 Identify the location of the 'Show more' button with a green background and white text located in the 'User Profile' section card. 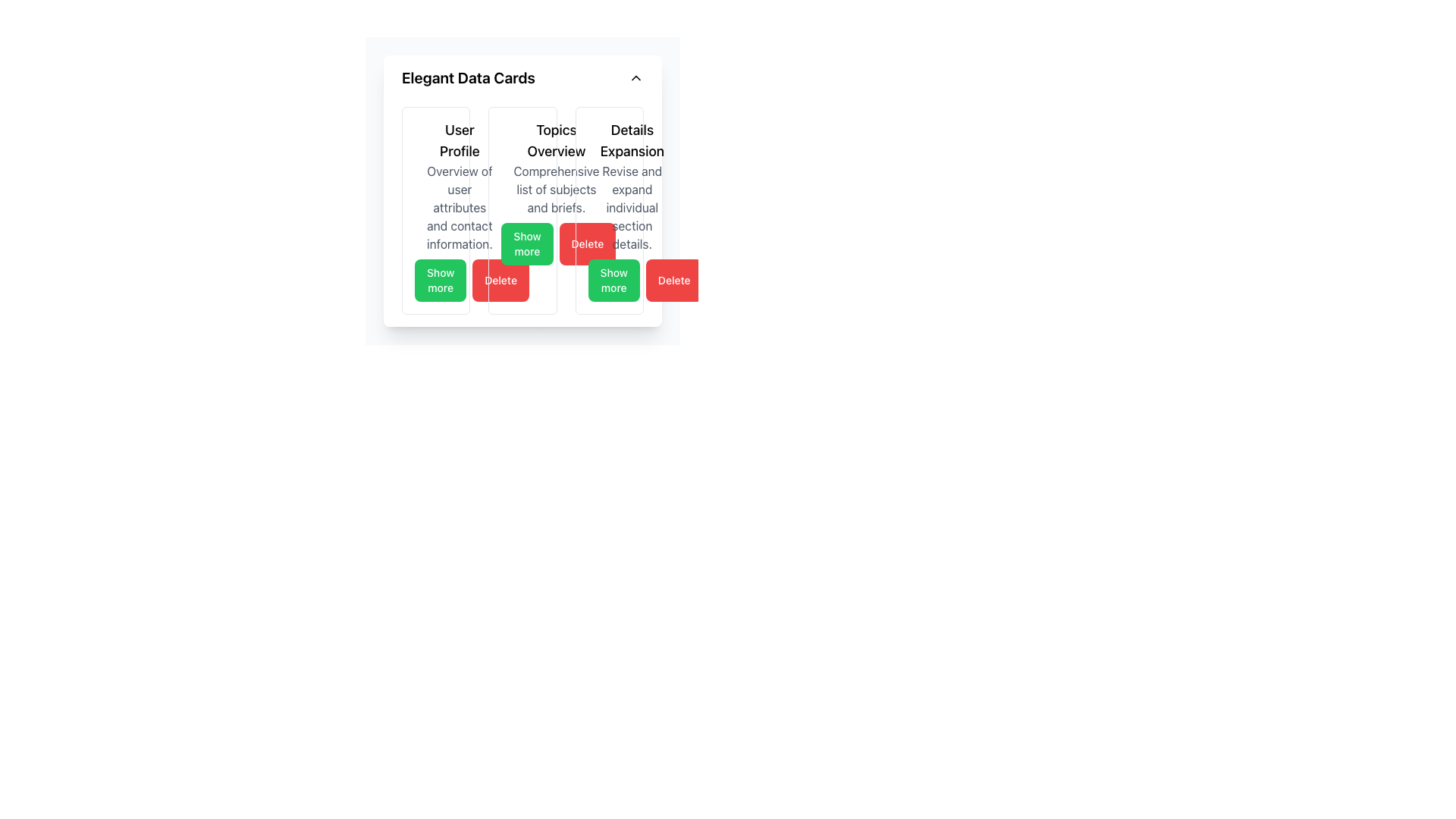
(435, 281).